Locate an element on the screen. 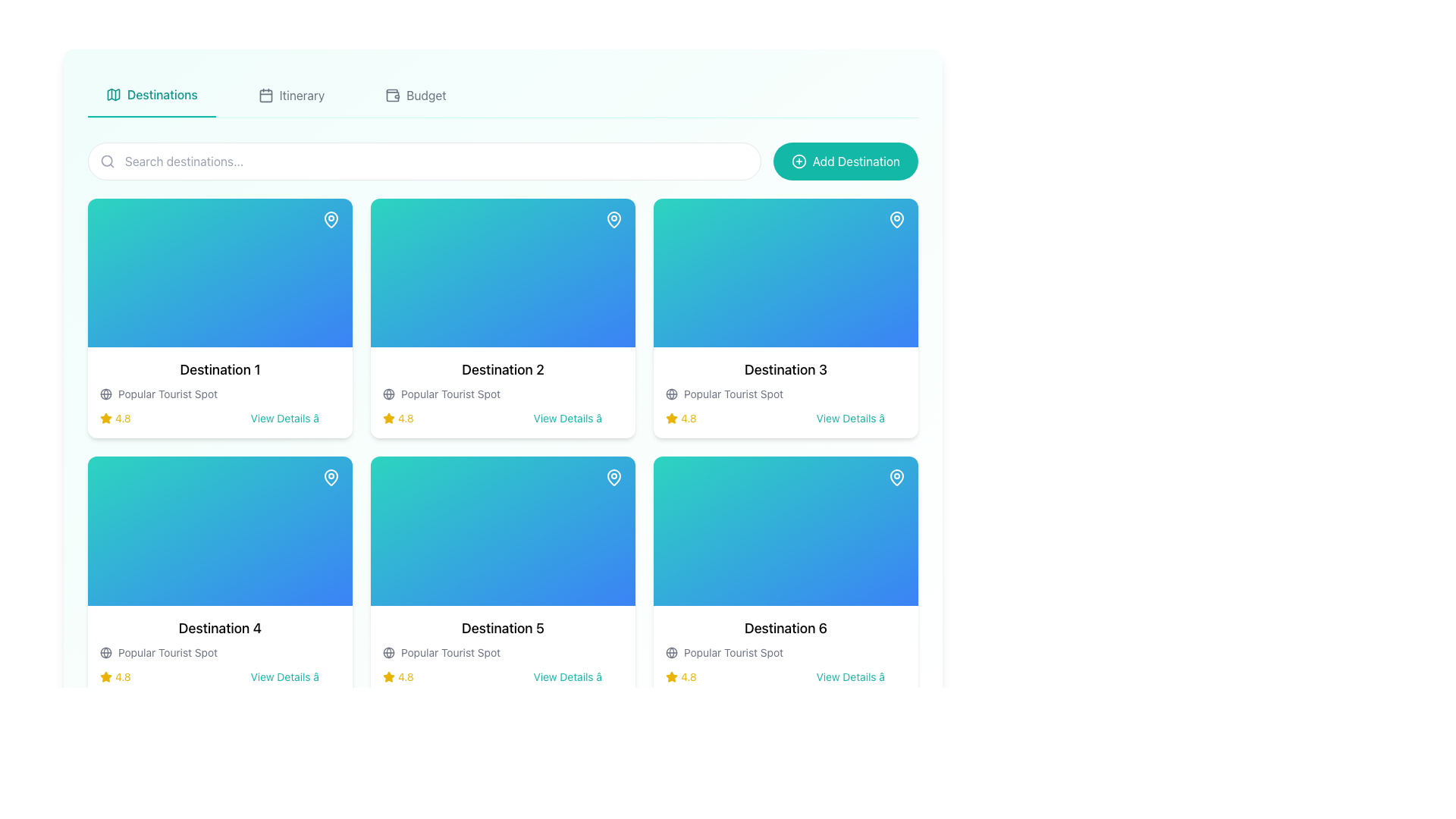 The image size is (1456, 819). the static text label indicating the destination, which is located in the lower section of the box for 'Destination 4', to the left of the star rating and beneath the main title is located at coordinates (168, 651).